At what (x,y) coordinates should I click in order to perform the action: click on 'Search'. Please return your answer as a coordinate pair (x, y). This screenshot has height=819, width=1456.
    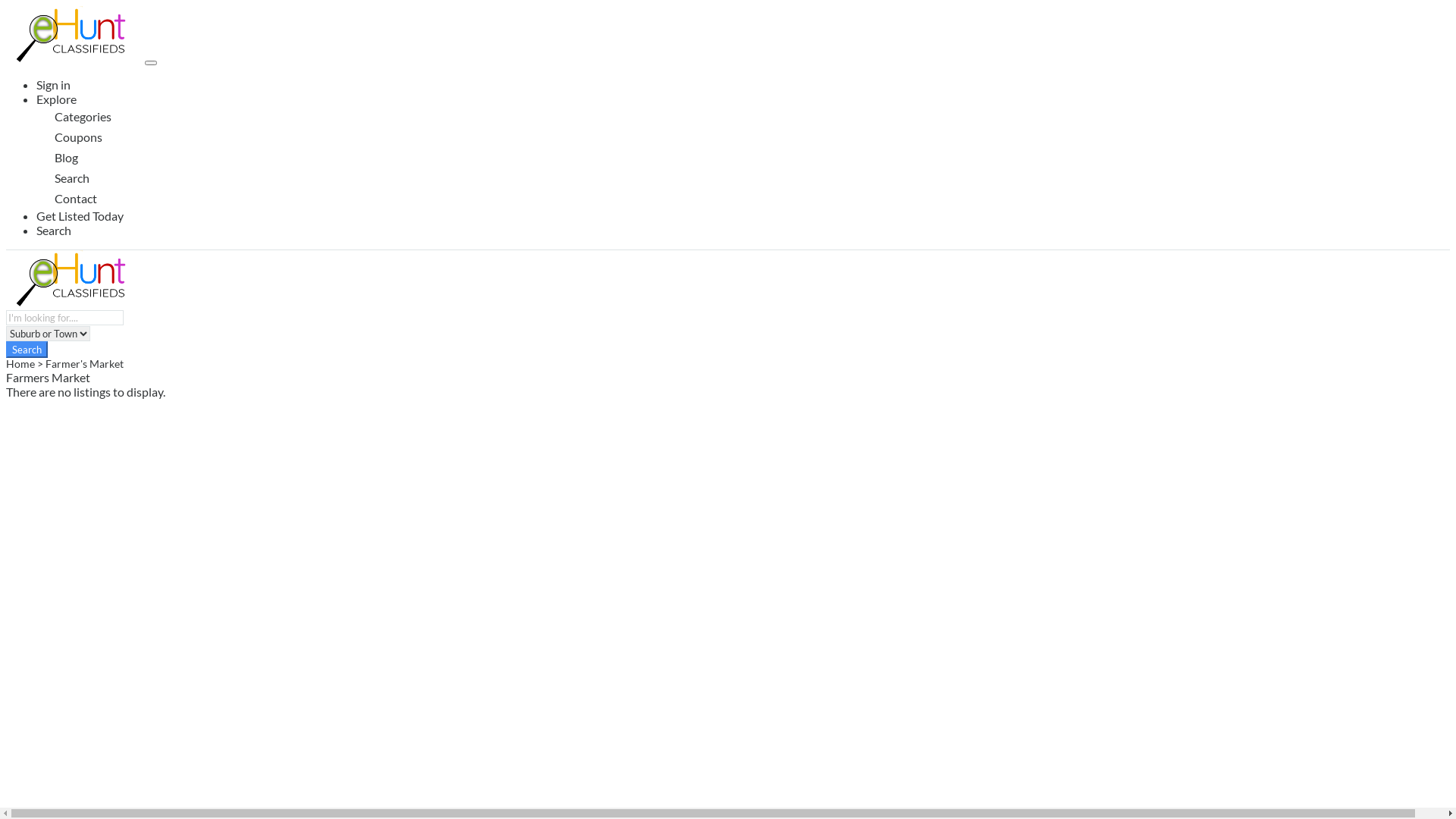
    Looking at the image, I should click on (27, 350).